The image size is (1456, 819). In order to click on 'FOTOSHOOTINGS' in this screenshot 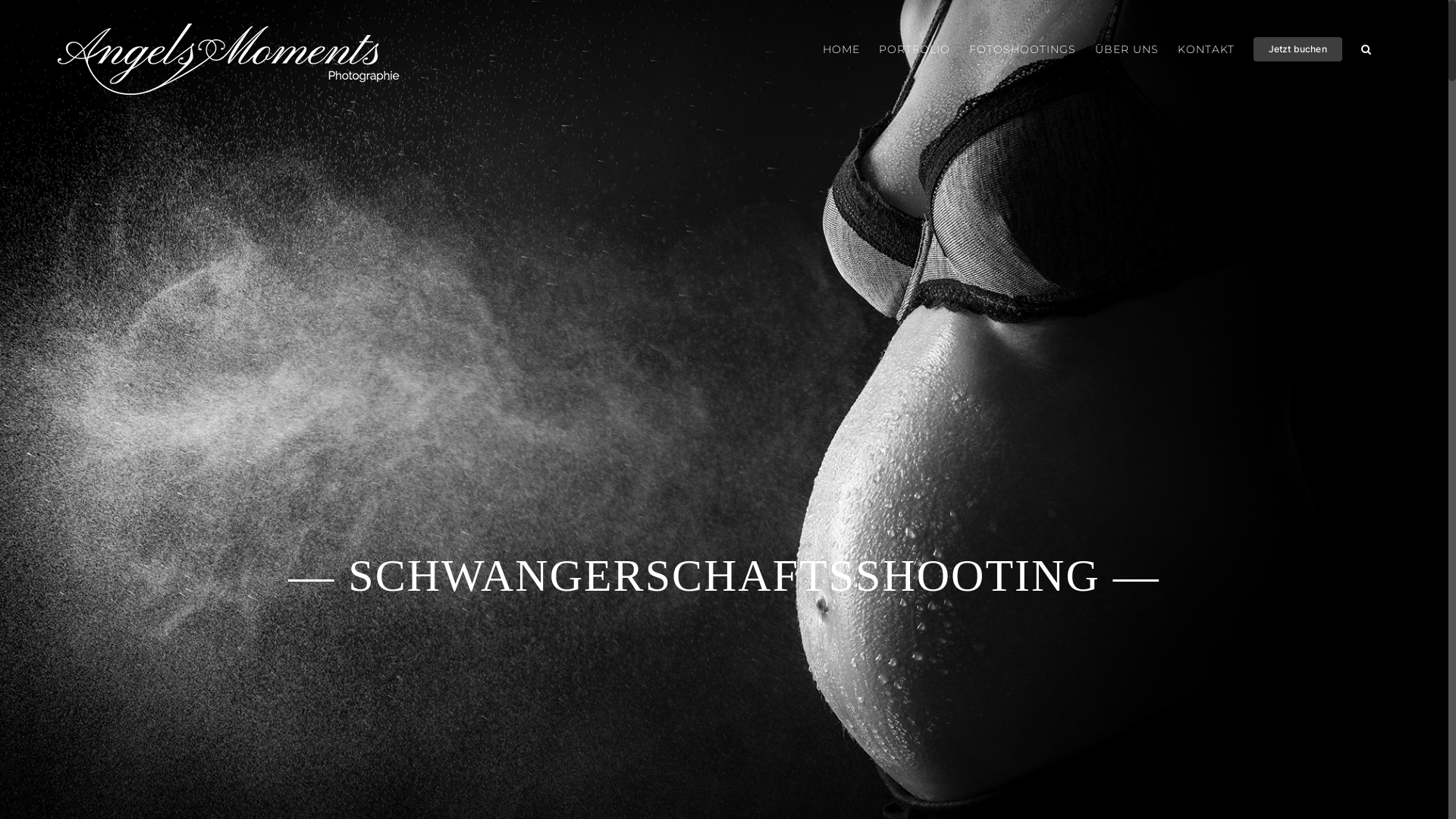, I will do `click(1022, 49)`.